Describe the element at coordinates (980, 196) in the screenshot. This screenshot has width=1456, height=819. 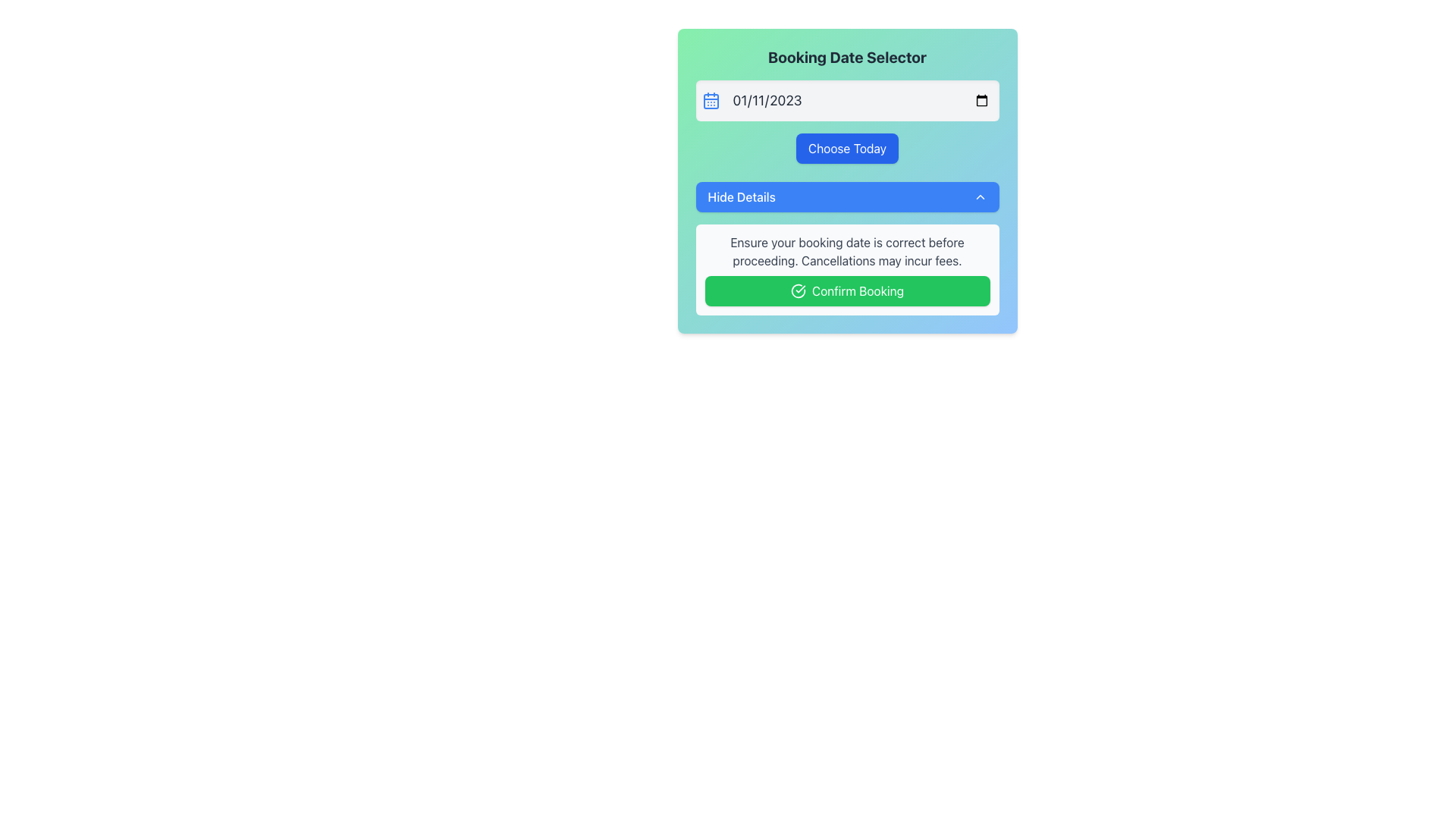
I see `the upward chevron-shaped icon located at the rightmost end of the 'Hide Details' button` at that location.